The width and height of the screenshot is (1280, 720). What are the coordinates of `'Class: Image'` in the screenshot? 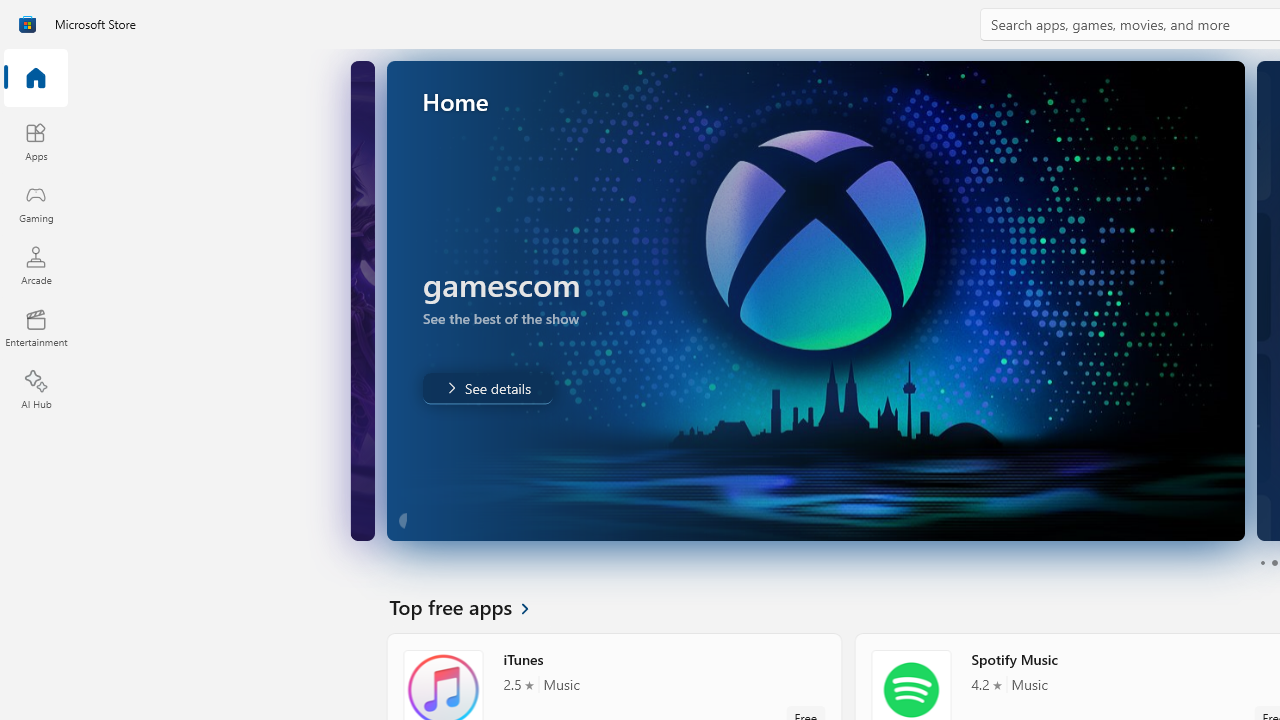 It's located at (27, 24).